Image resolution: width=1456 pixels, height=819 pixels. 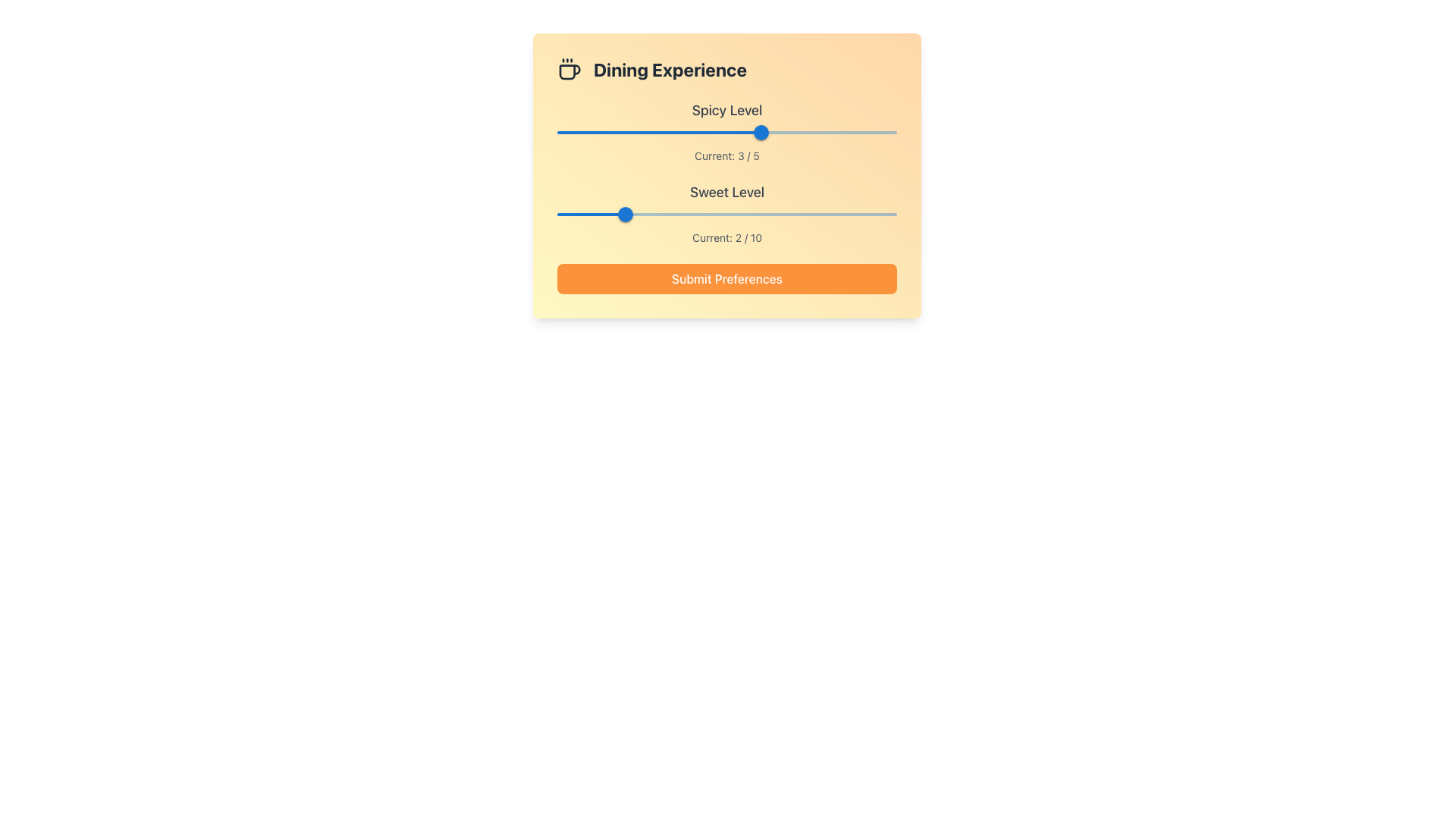 What do you see at coordinates (726, 174) in the screenshot?
I see `the submit button located at the bottom of the preference card for selecting levels for 'Spicy Level' and 'Sweet Level'` at bounding box center [726, 174].